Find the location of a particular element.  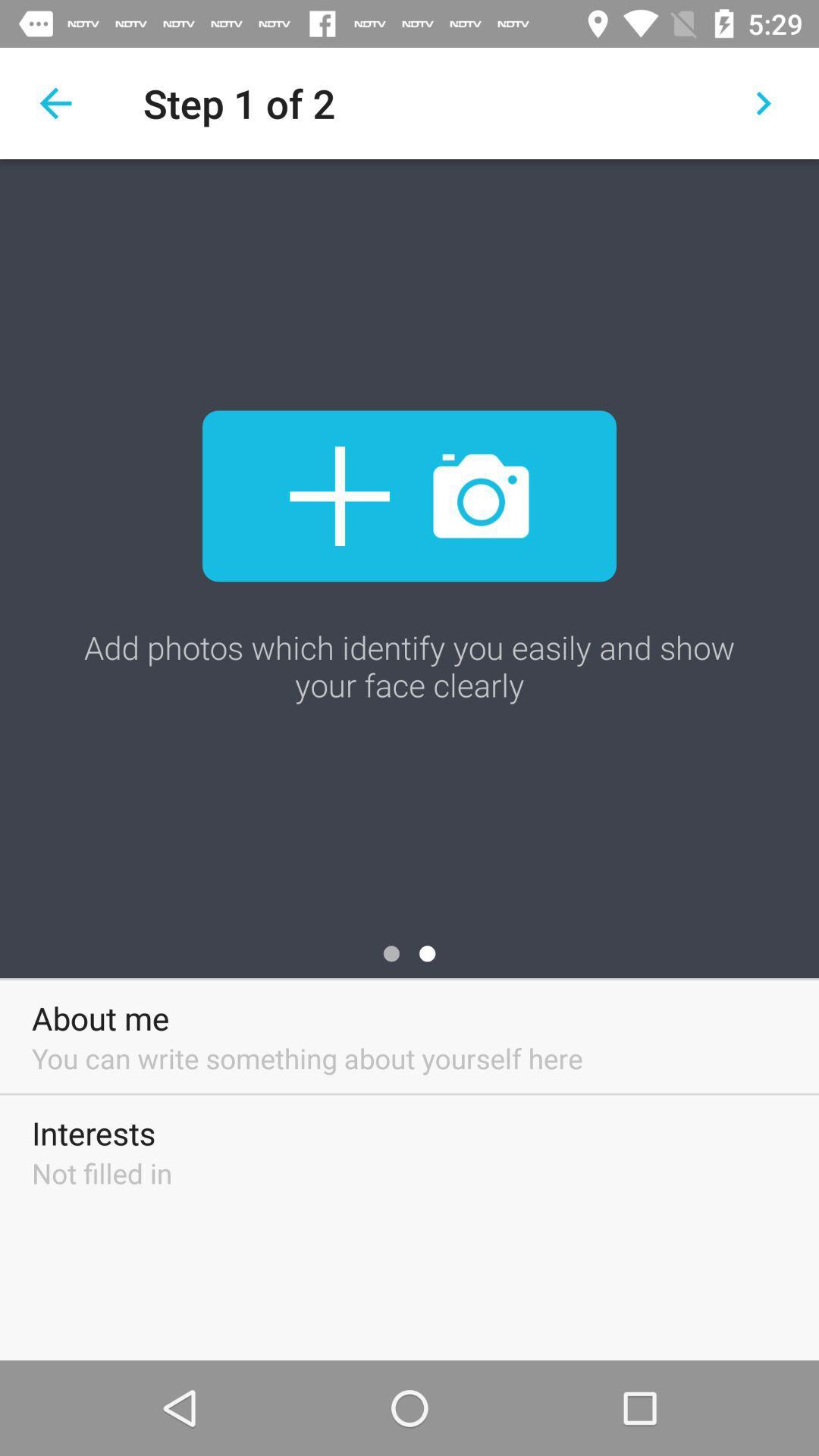

go back is located at coordinates (55, 102).